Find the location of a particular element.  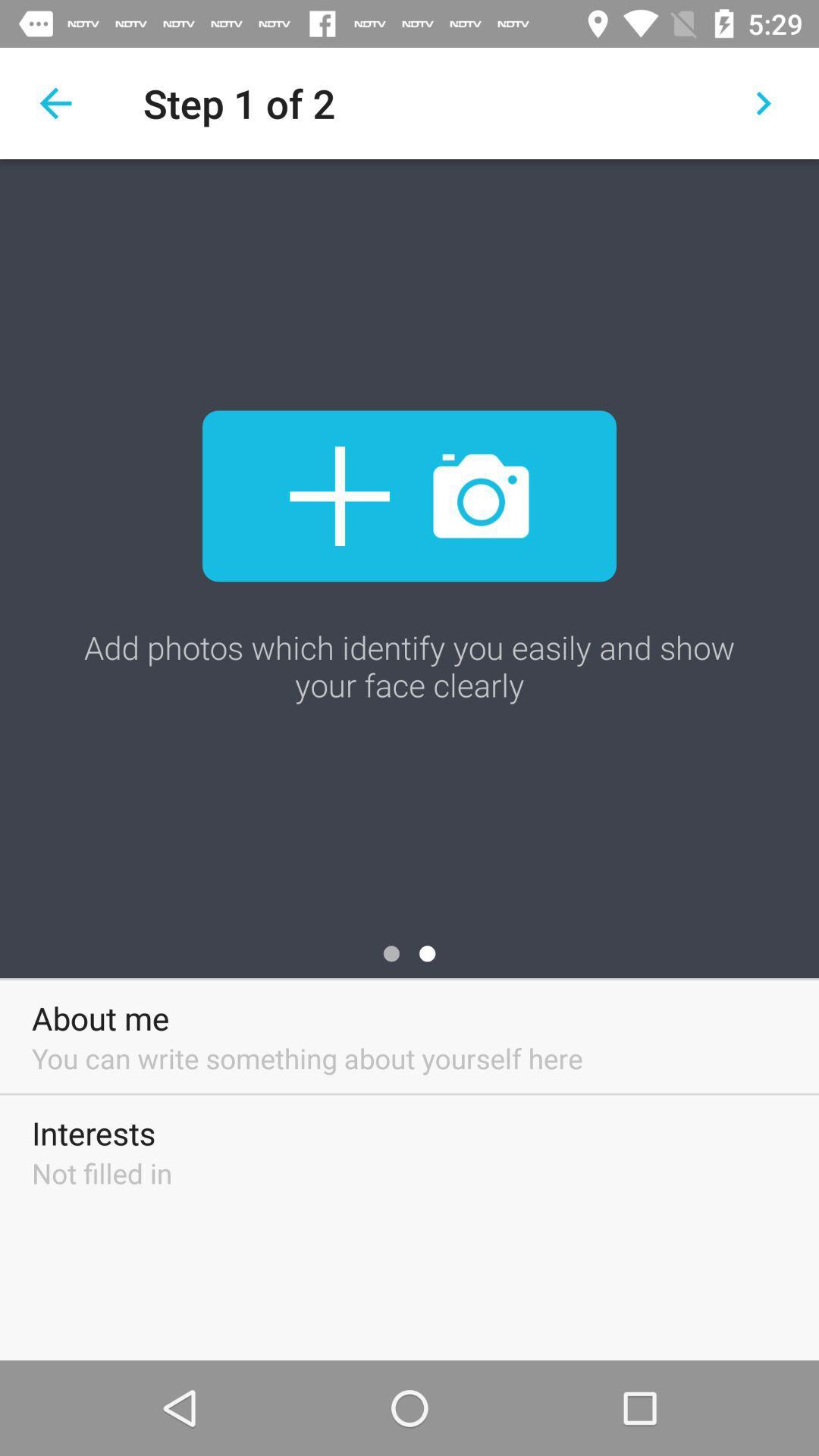

go back is located at coordinates (55, 102).